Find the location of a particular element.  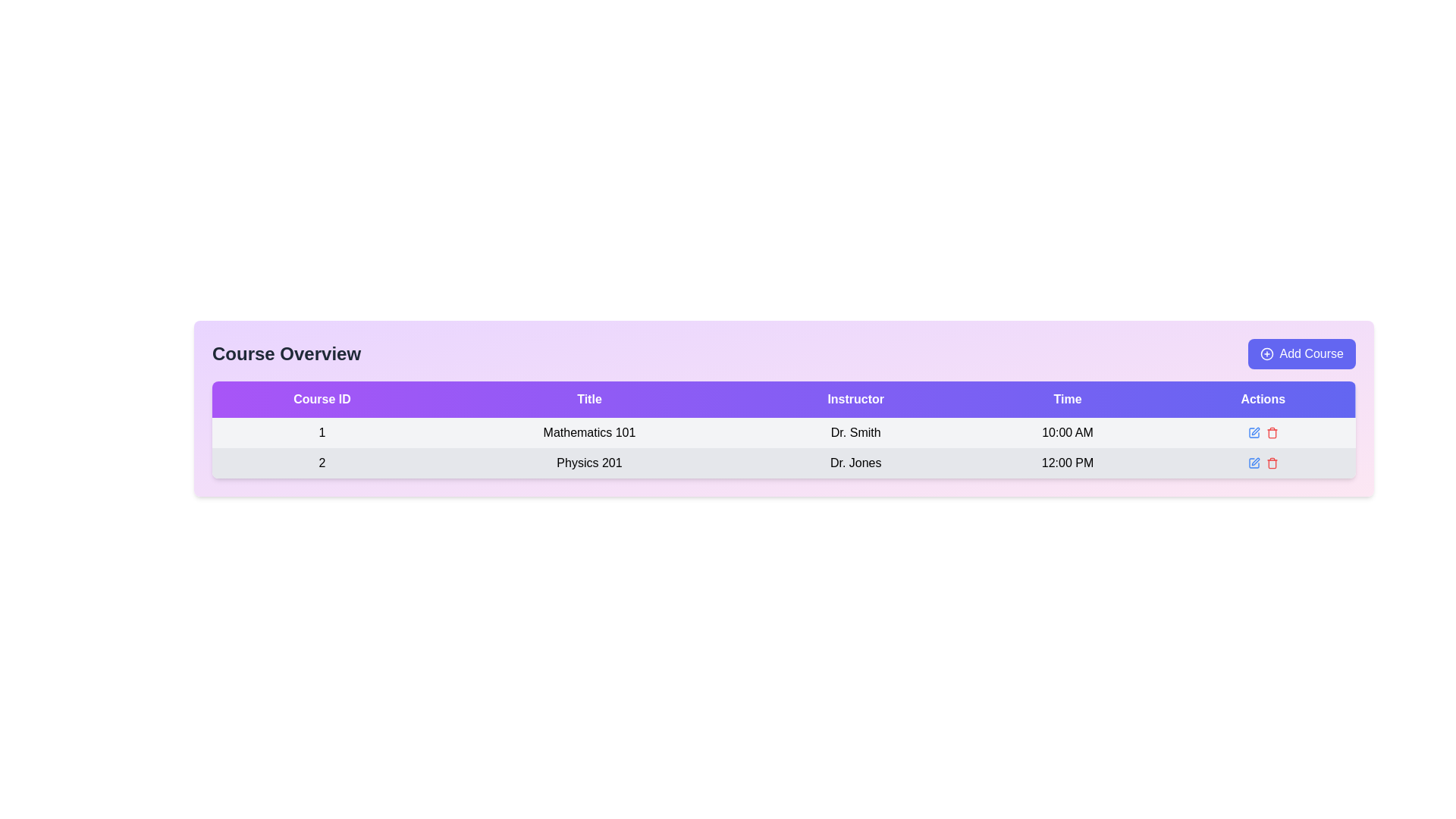

the text element displaying the number '2' in black, which is centered in the leftmost column of the second row of the table, under the 'Course ID' column is located at coordinates (322, 462).